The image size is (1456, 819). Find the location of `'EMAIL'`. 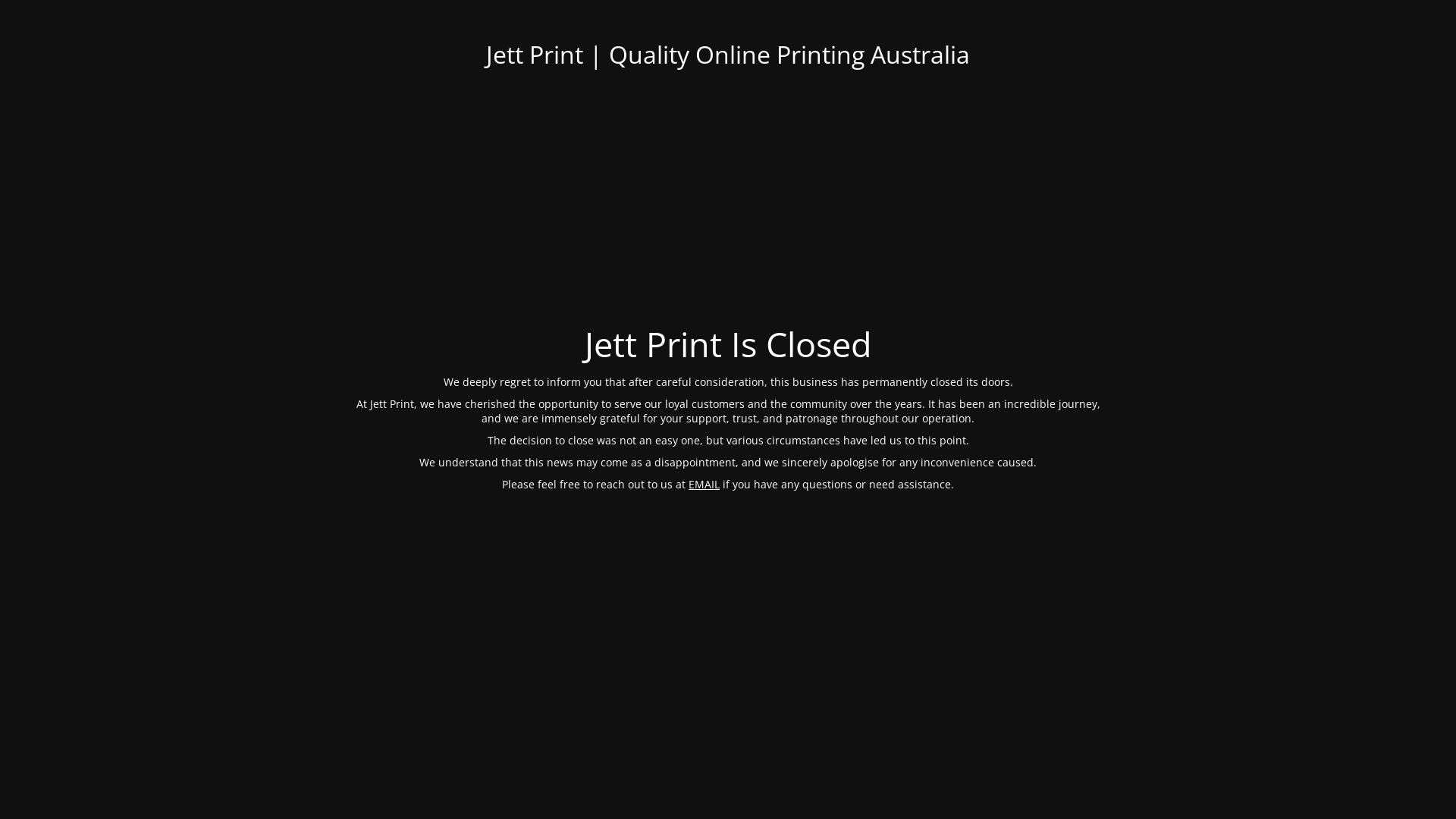

'EMAIL' is located at coordinates (703, 483).